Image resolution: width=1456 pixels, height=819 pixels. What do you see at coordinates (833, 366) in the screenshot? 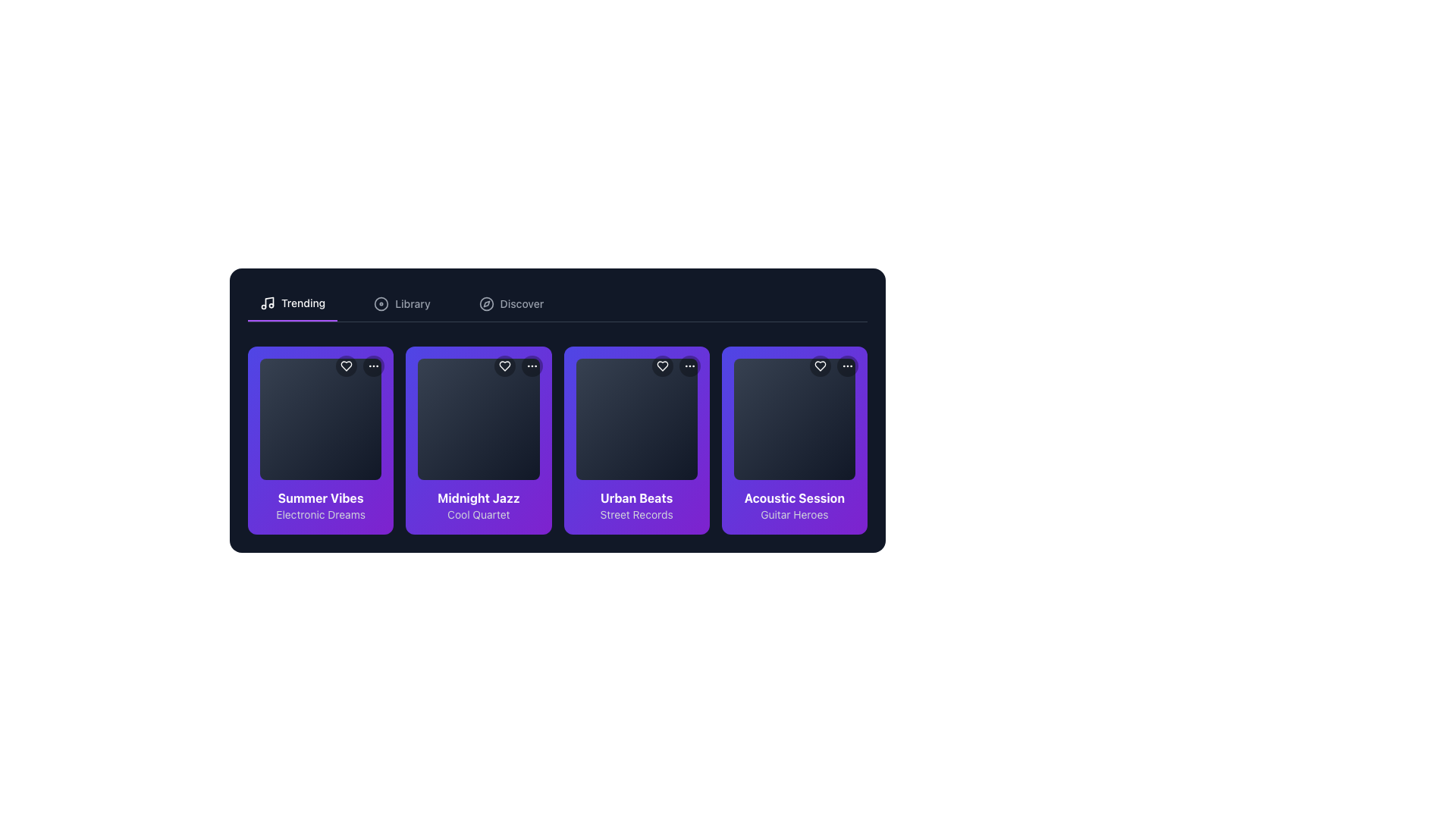
I see `the heart icon in the top-right corner of the 'Acoustic Session' card to like the card` at bounding box center [833, 366].